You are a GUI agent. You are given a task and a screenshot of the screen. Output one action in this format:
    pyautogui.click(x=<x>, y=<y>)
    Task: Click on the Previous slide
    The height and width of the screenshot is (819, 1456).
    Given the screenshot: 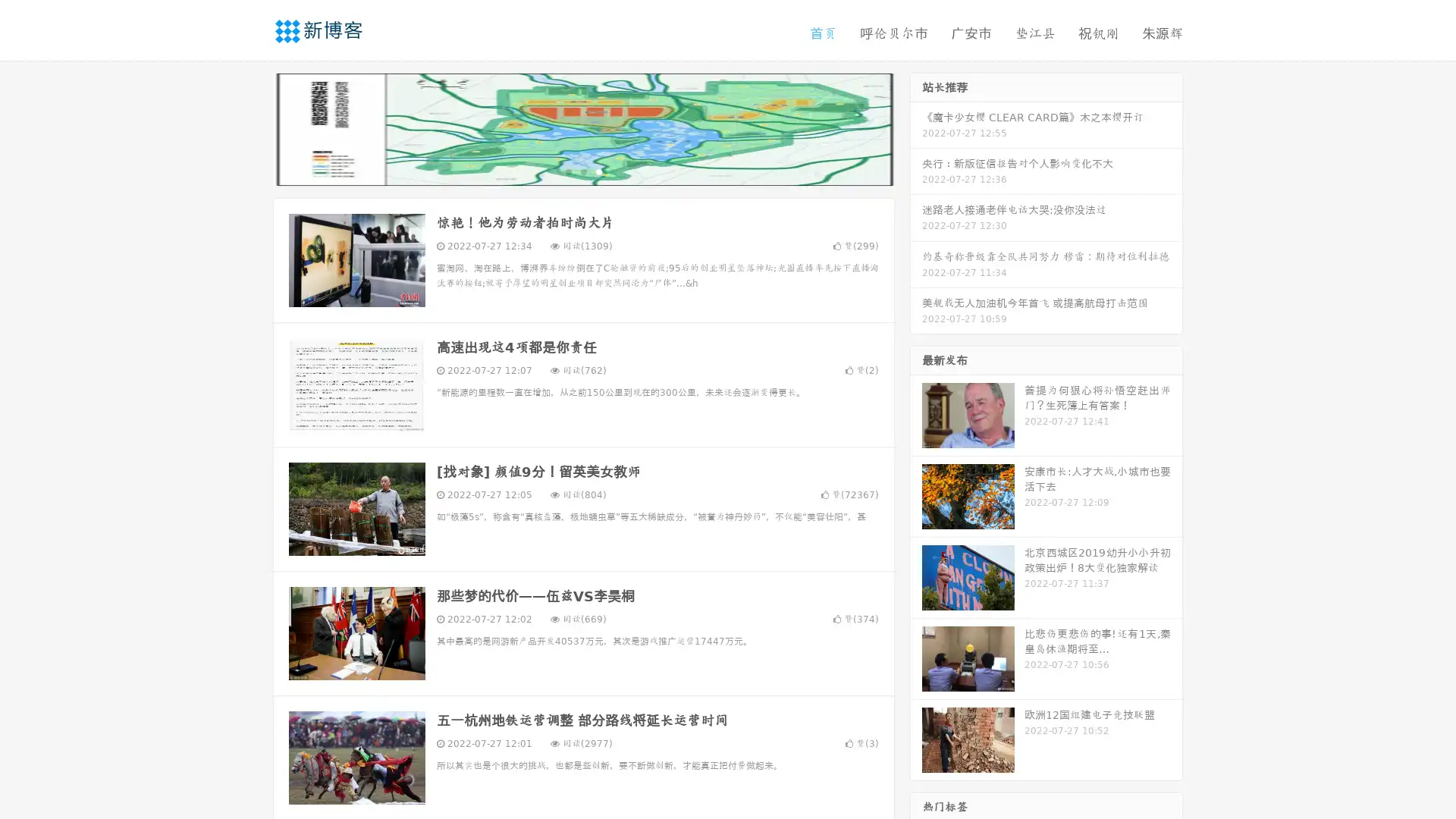 What is the action you would take?
    pyautogui.click(x=250, y=127)
    